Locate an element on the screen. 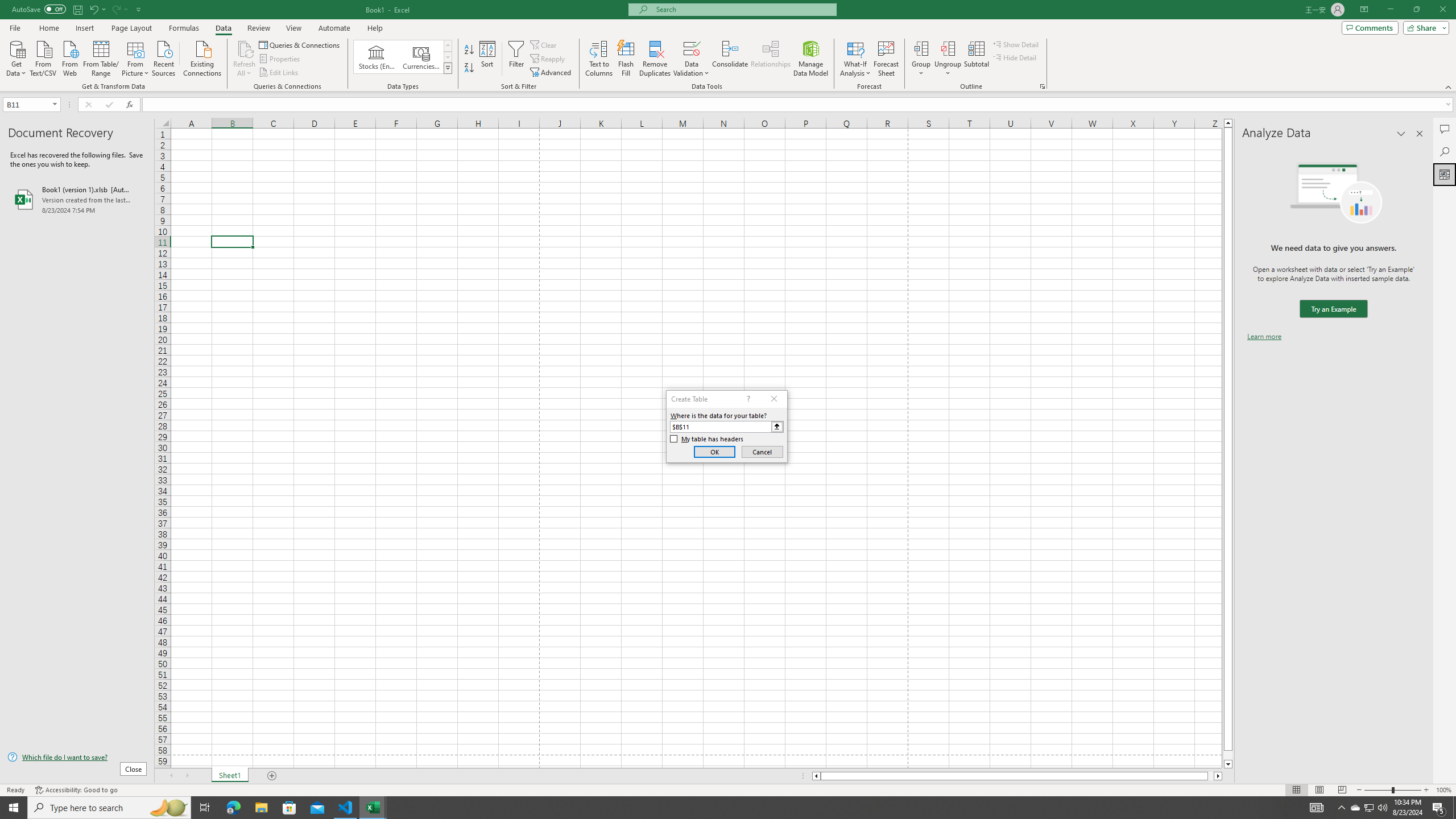 The width and height of the screenshot is (1456, 819). 'Queries & Connections' is located at coordinates (300, 44).